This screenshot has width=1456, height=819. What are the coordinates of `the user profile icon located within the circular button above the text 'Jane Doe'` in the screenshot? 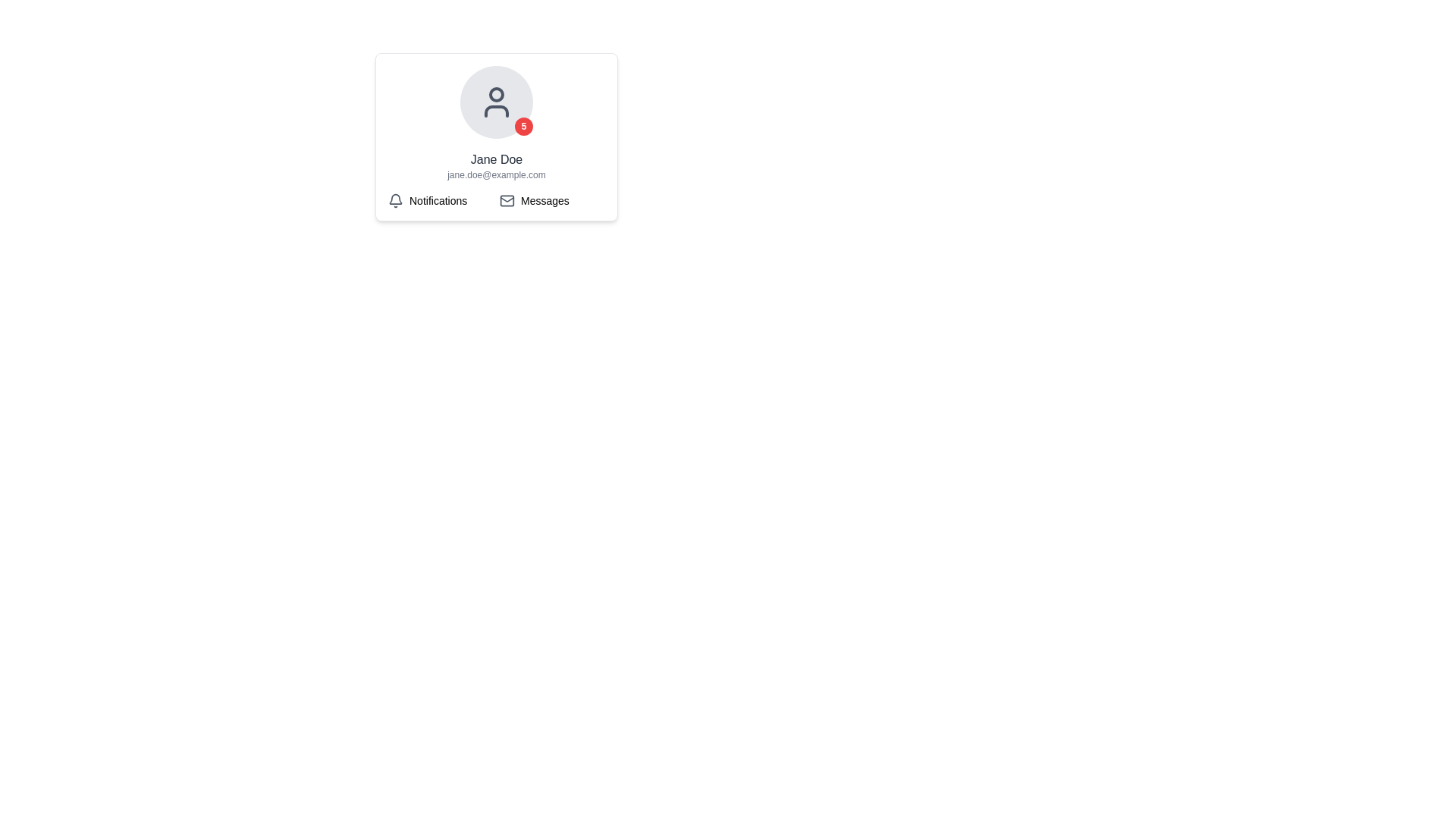 It's located at (496, 102).